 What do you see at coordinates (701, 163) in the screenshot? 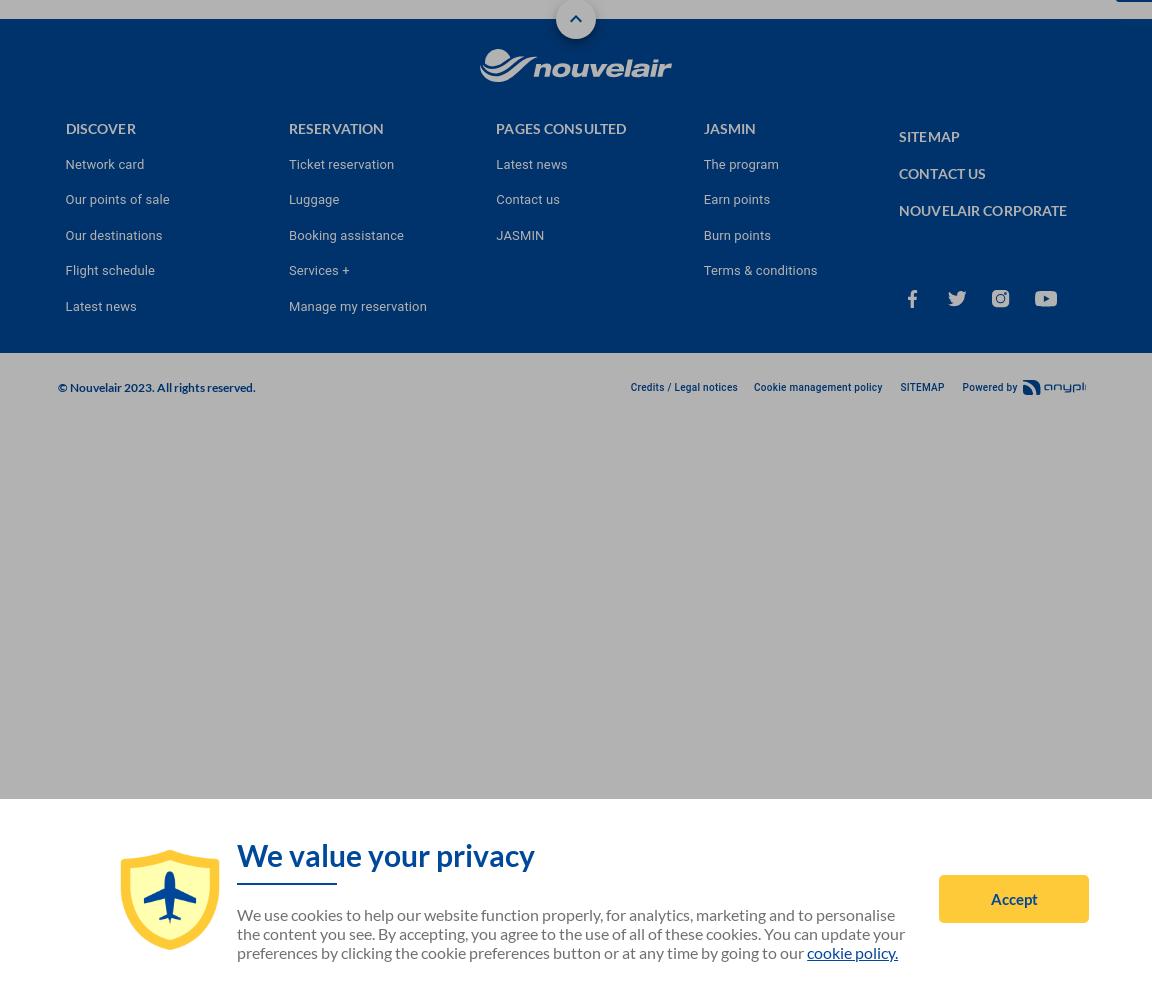
I see `'The program'` at bounding box center [701, 163].